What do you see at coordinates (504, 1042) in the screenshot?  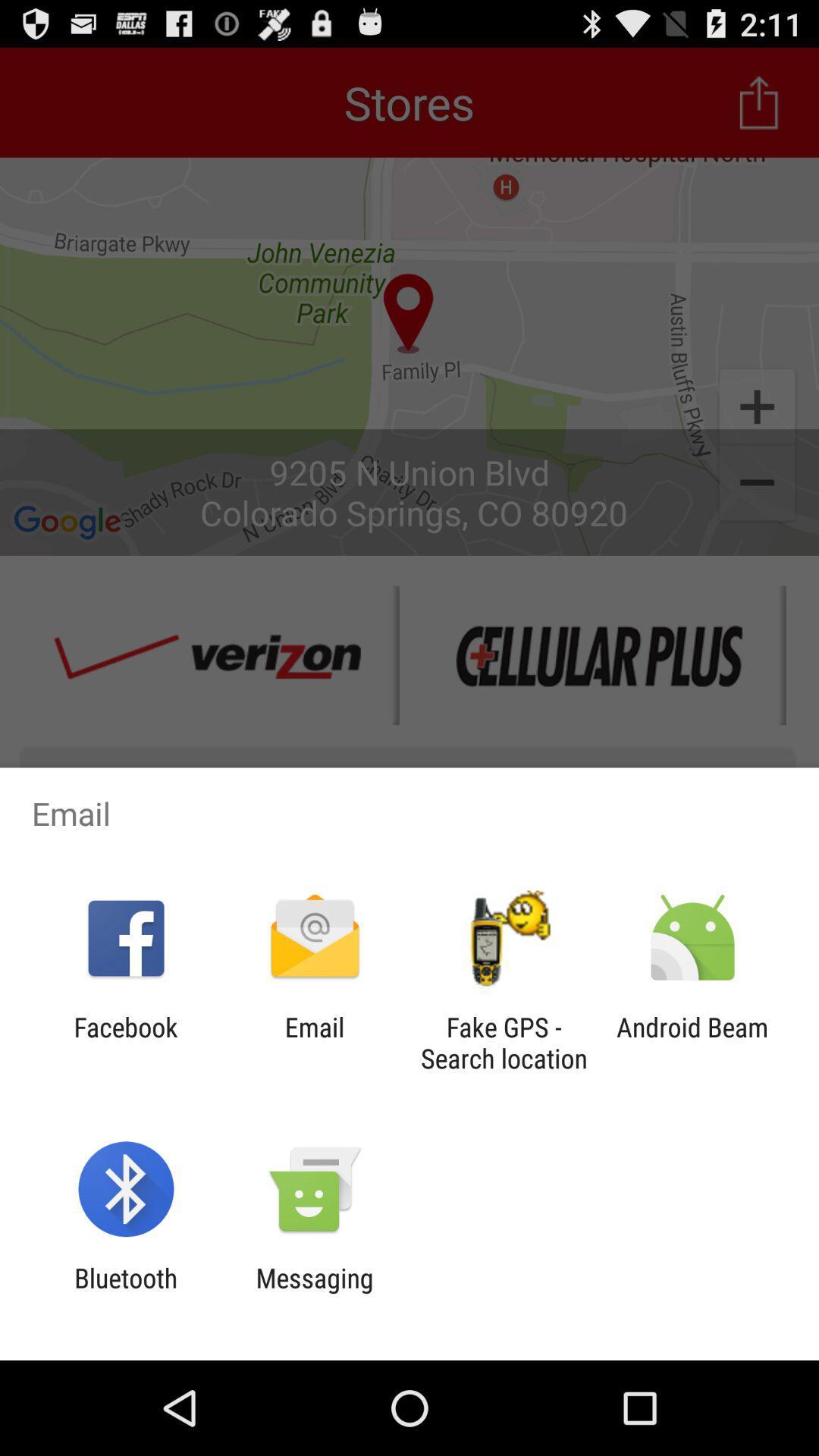 I see `icon next to the android beam` at bounding box center [504, 1042].